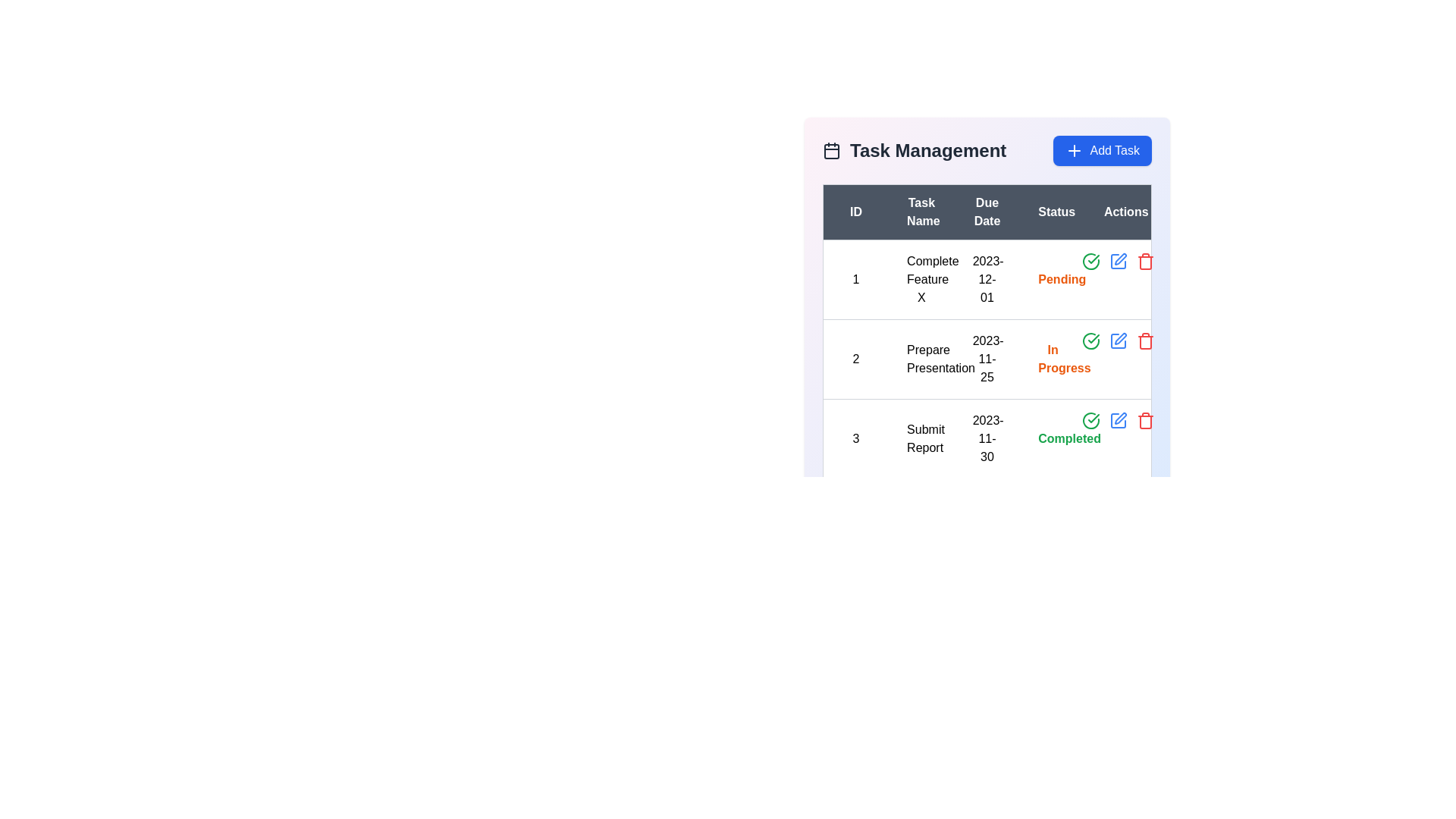  Describe the element at coordinates (987, 280) in the screenshot. I see `the first row in the task management table containing ID '1', task name 'Complete Feature X', due date '2023-12-01', and status 'Pending'` at that location.